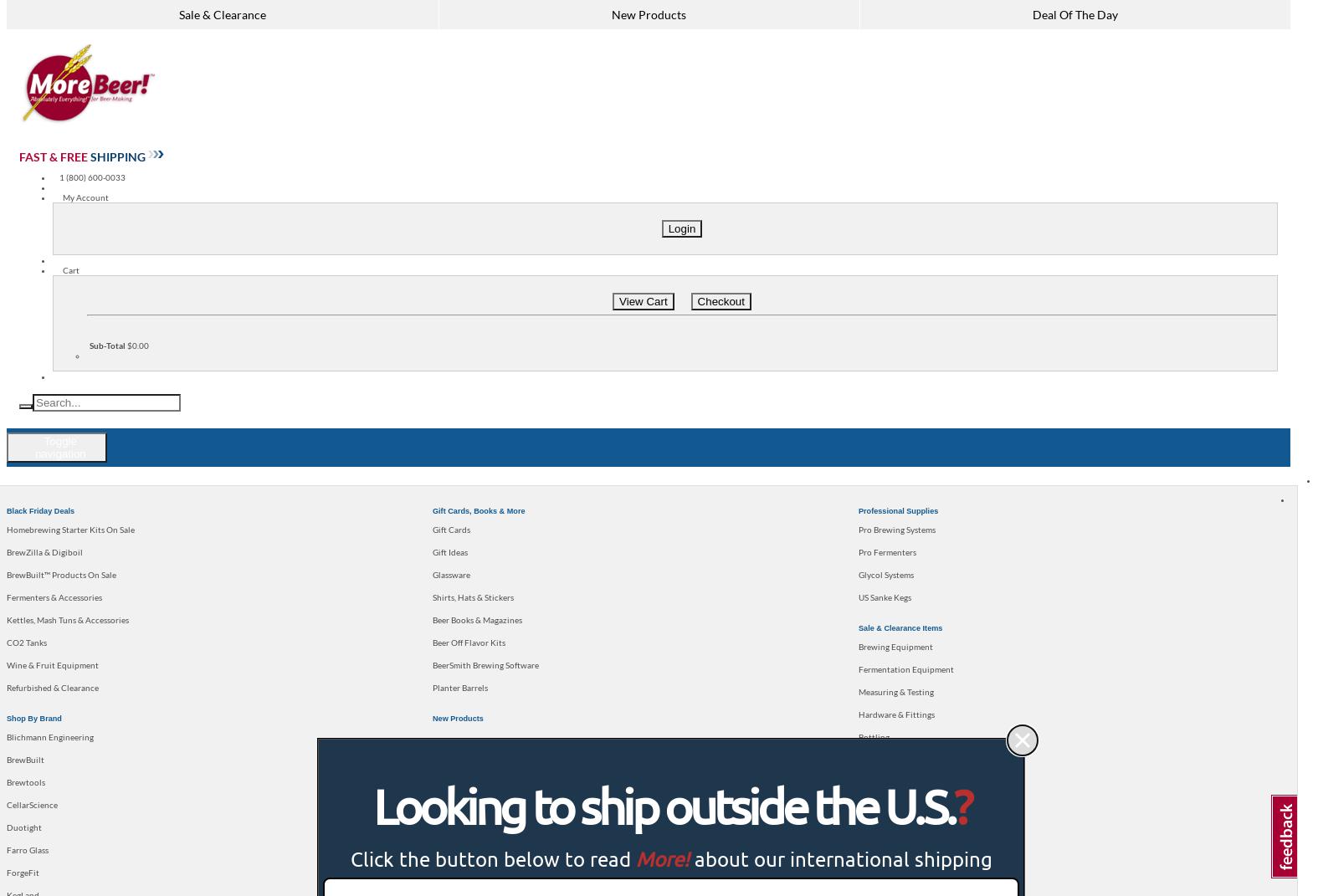 Image resolution: width=1318 pixels, height=896 pixels. I want to click on 'Deal Of The Day', so click(1074, 13).